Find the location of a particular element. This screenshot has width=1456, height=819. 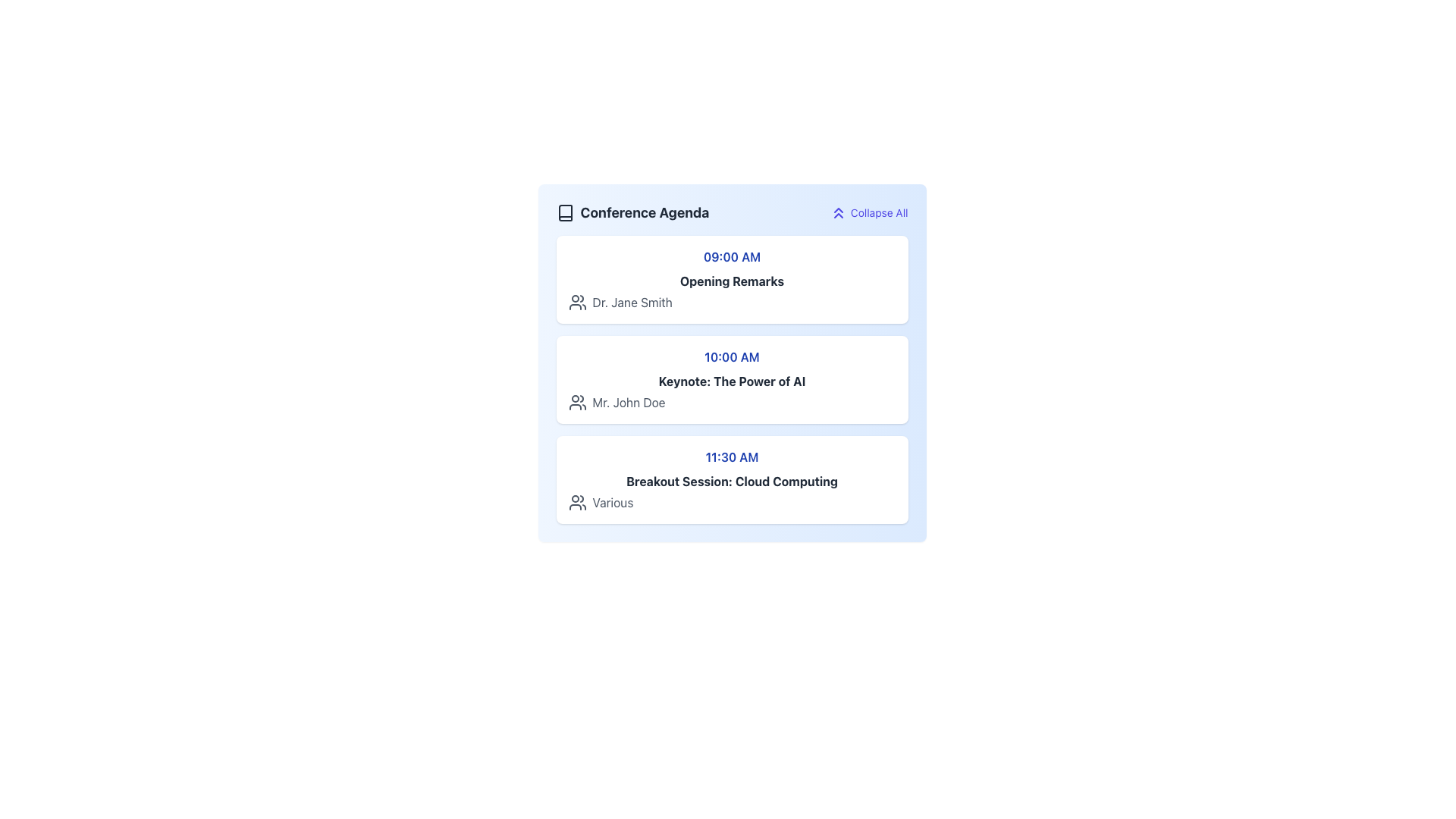

text-based informational display showing the title and speaker of the agenda item located below the '09:00 AM' heading in the conference schedule is located at coordinates (732, 292).